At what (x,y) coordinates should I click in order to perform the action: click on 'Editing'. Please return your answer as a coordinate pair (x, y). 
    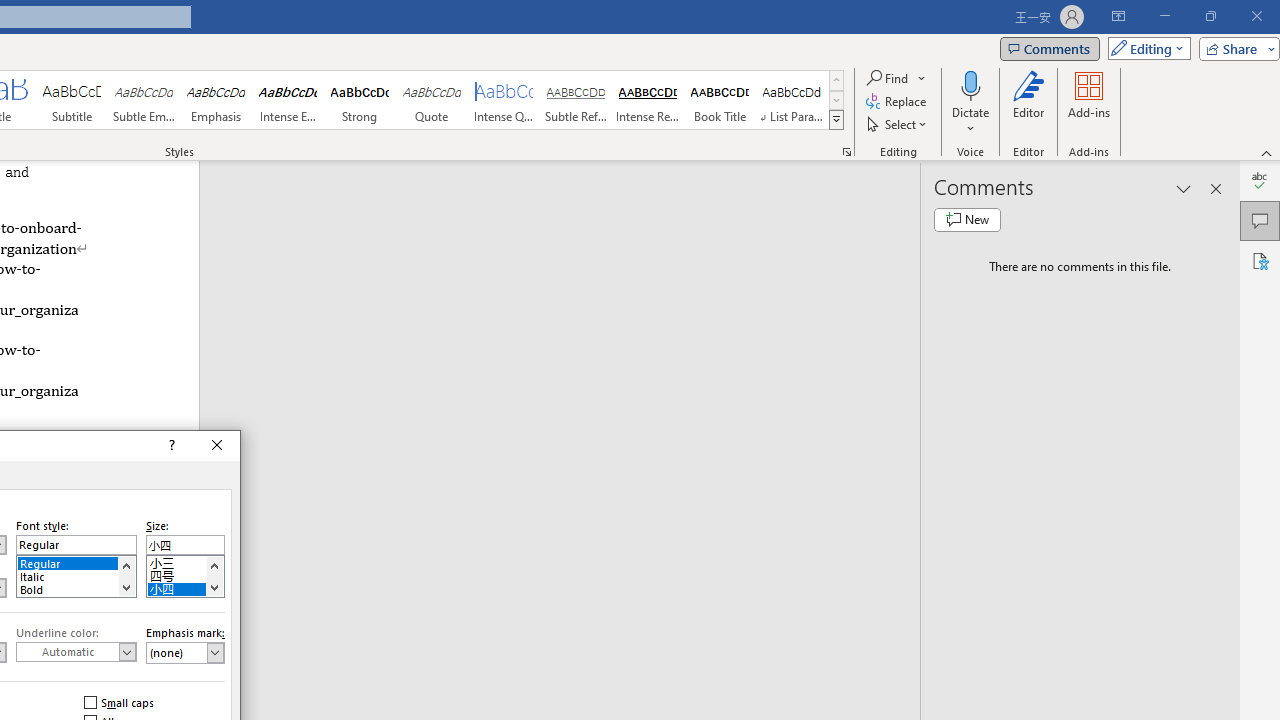
    Looking at the image, I should click on (1144, 47).